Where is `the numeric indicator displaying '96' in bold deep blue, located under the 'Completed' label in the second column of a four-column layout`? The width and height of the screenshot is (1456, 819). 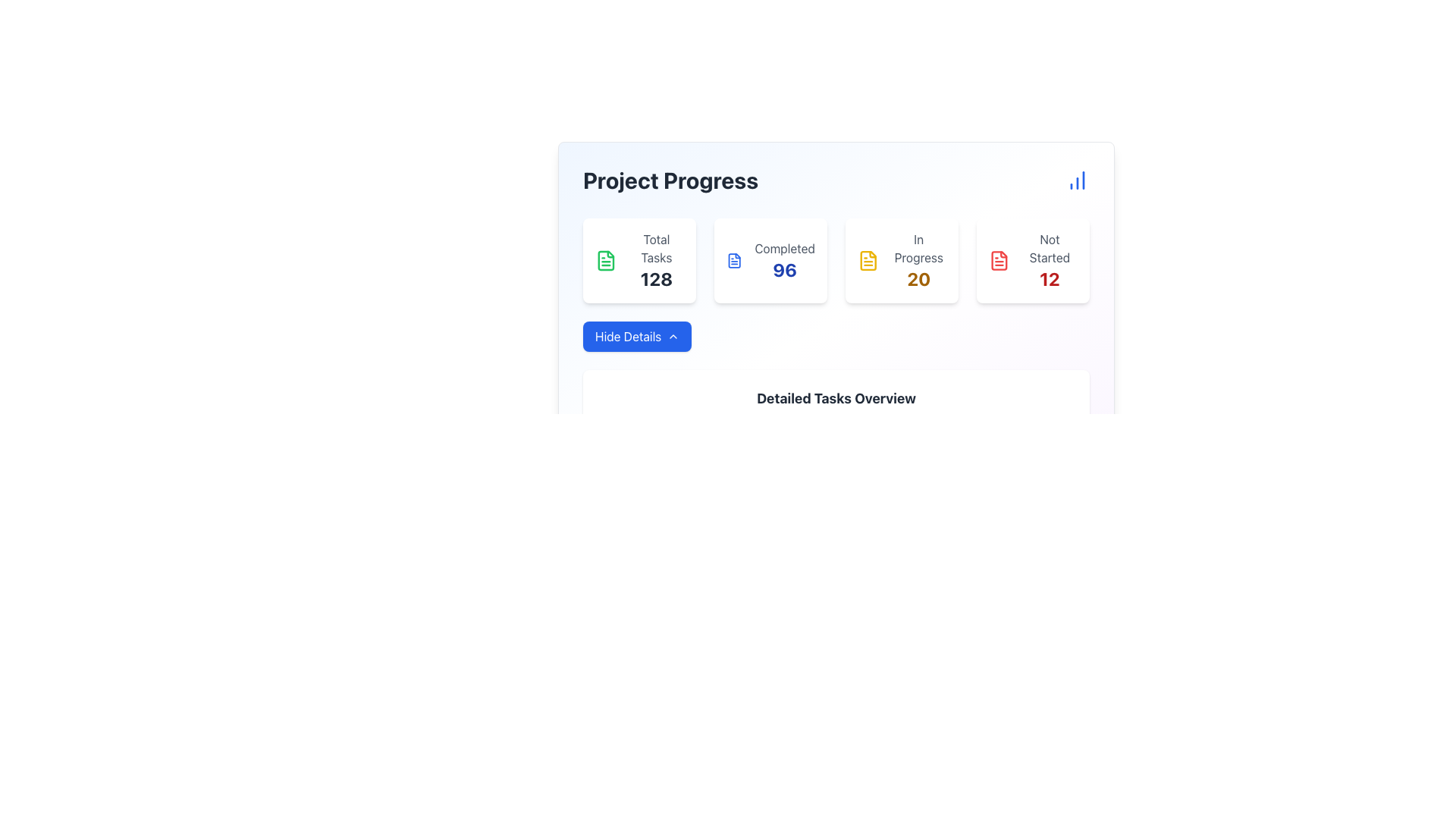
the numeric indicator displaying '96' in bold deep blue, located under the 'Completed' label in the second column of a four-column layout is located at coordinates (785, 268).